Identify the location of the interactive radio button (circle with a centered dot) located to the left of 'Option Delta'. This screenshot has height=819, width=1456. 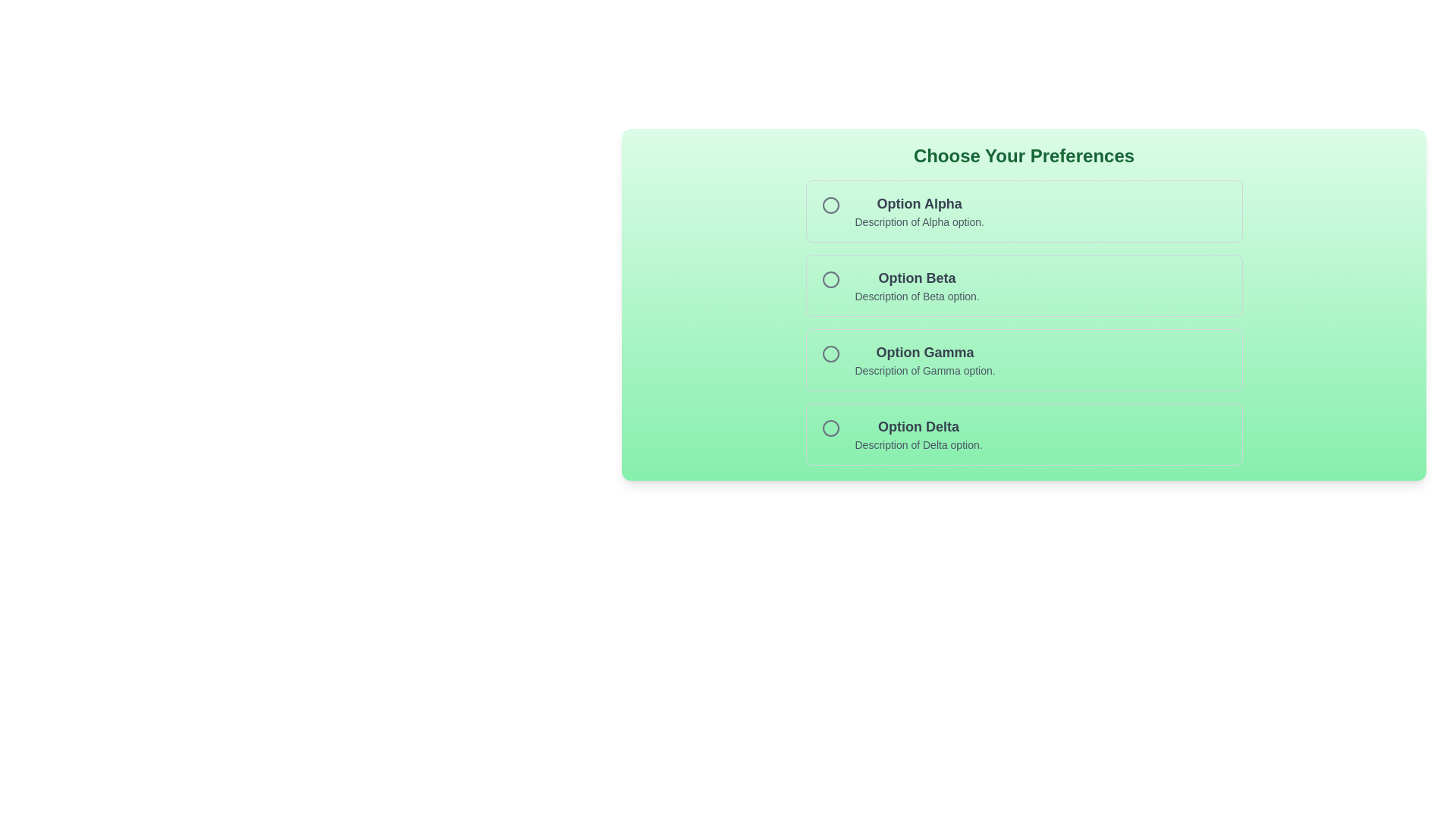
(830, 428).